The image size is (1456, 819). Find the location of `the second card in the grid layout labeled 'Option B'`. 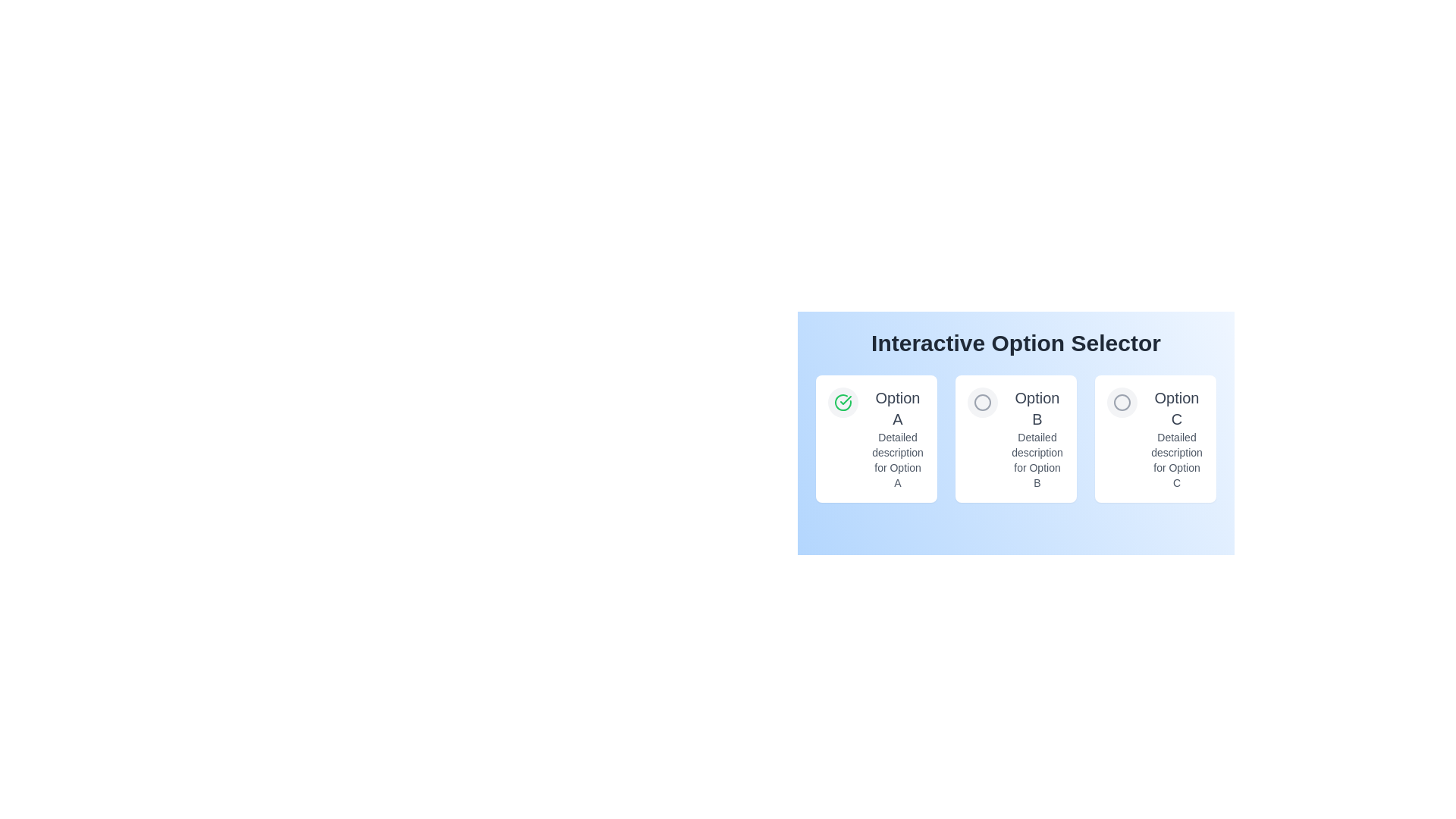

the second card in the grid layout labeled 'Option B' is located at coordinates (1015, 438).